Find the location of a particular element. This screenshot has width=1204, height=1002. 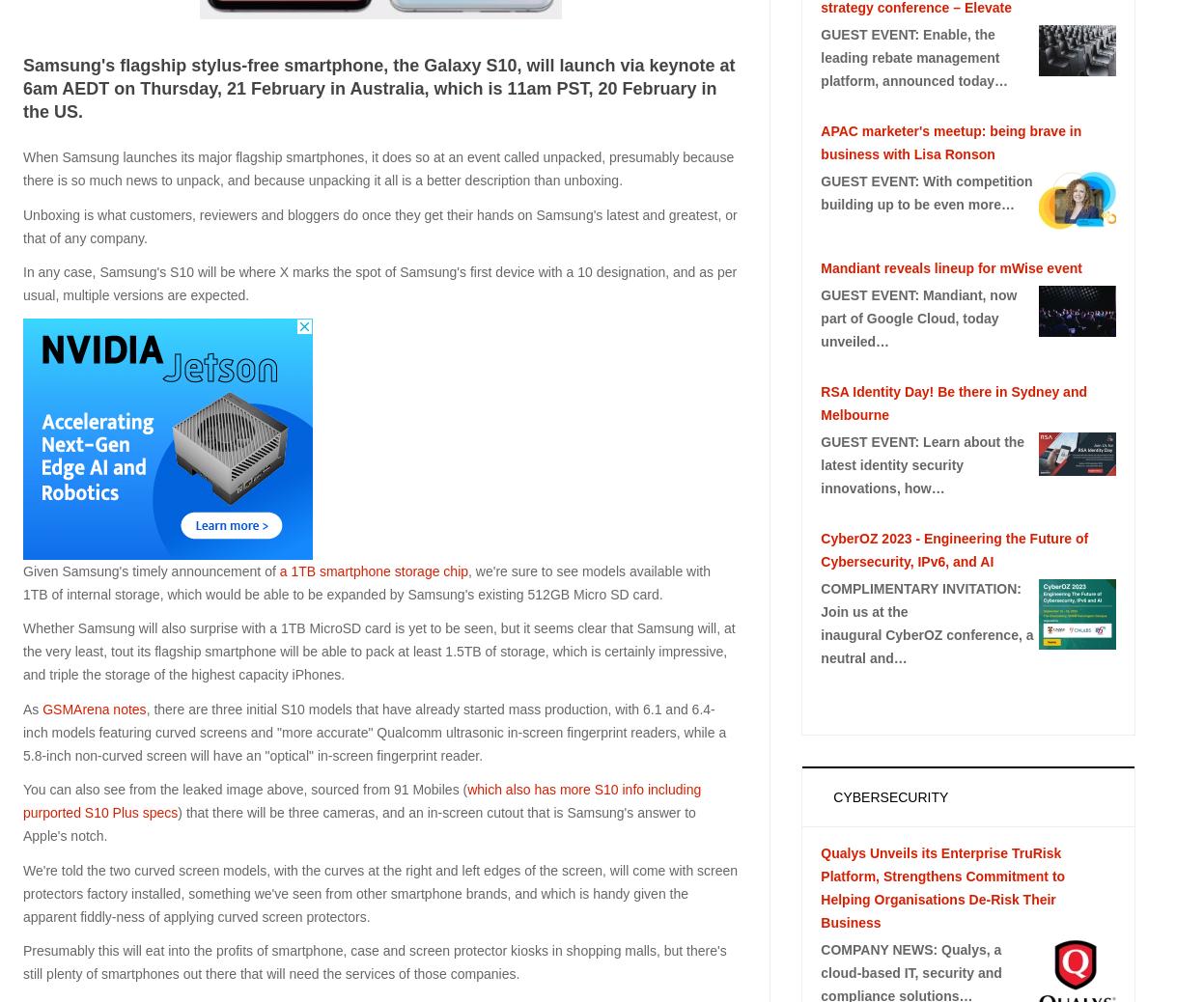

'In any case, Samsung's S10 will be where X marks the spot of Samsung's first device with a 10 designation, and as per usual, multiple versions are expected.' is located at coordinates (22, 283).